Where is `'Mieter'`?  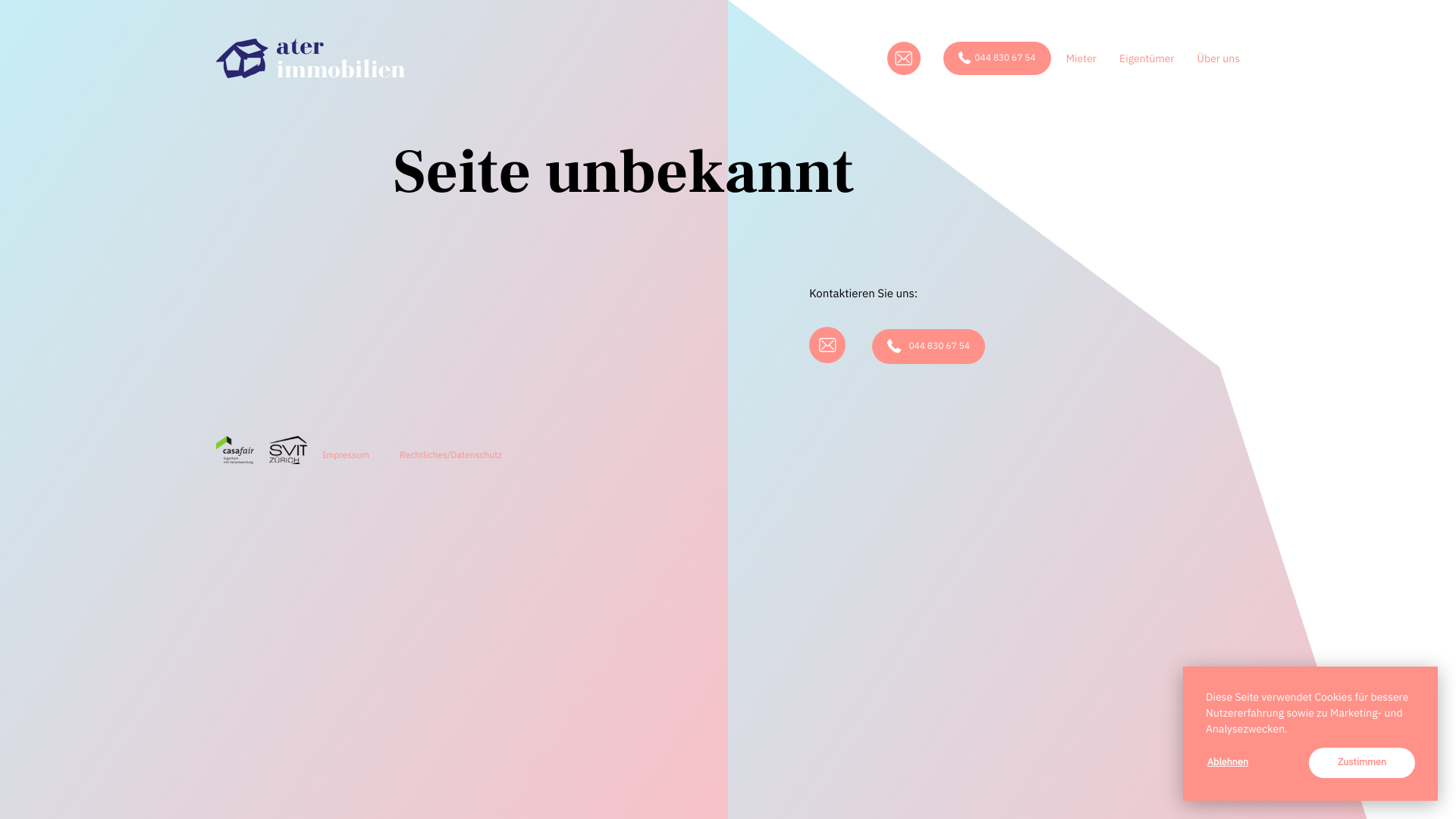
'Mieter' is located at coordinates (1065, 58).